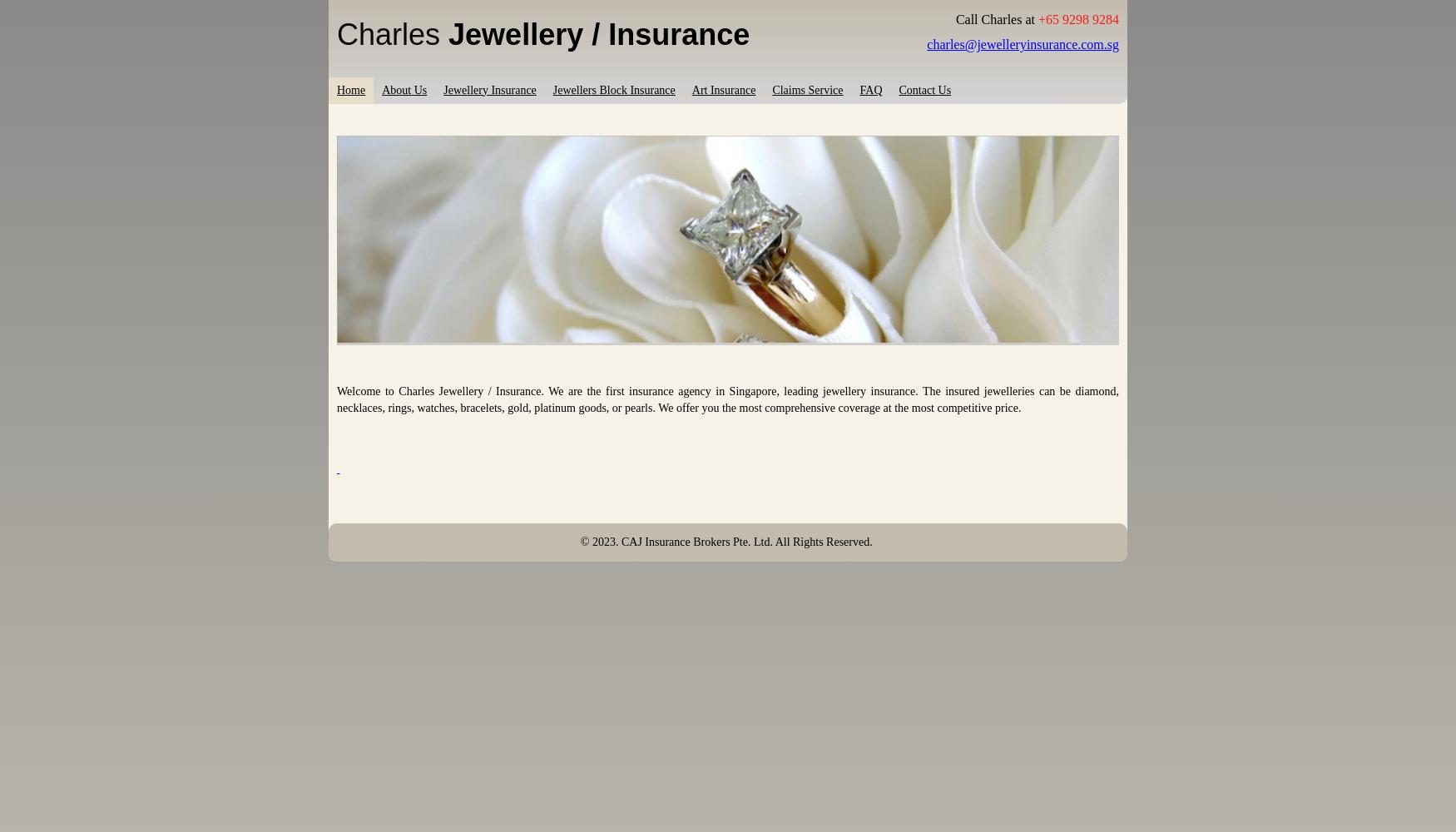  What do you see at coordinates (404, 88) in the screenshot?
I see `'About Us'` at bounding box center [404, 88].